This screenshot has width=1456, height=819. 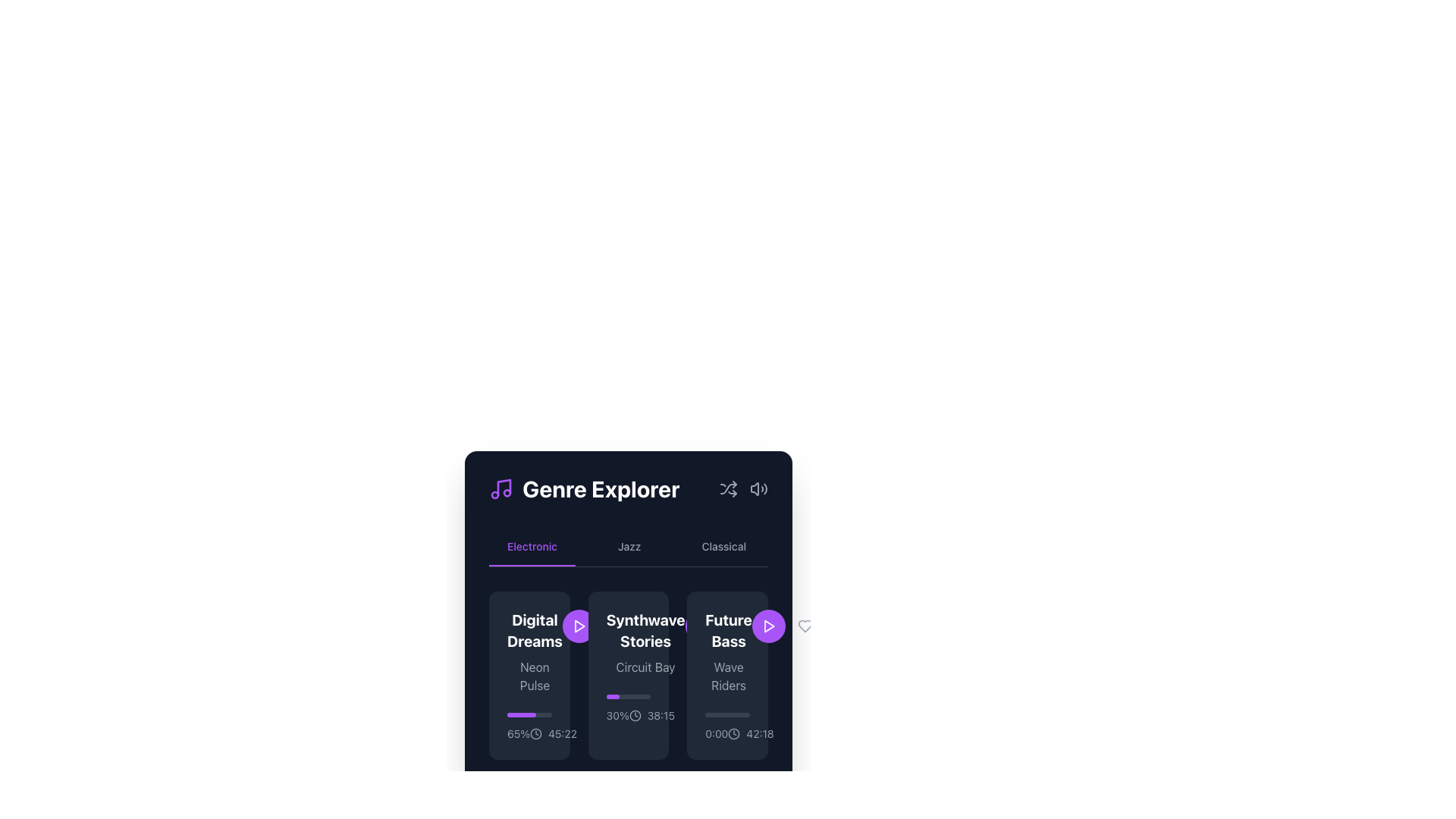 I want to click on the Text Display element that represents the title and subtitle for a song or playlist in the first card of the 'Genre Explorer' interface, so click(x=529, y=651).